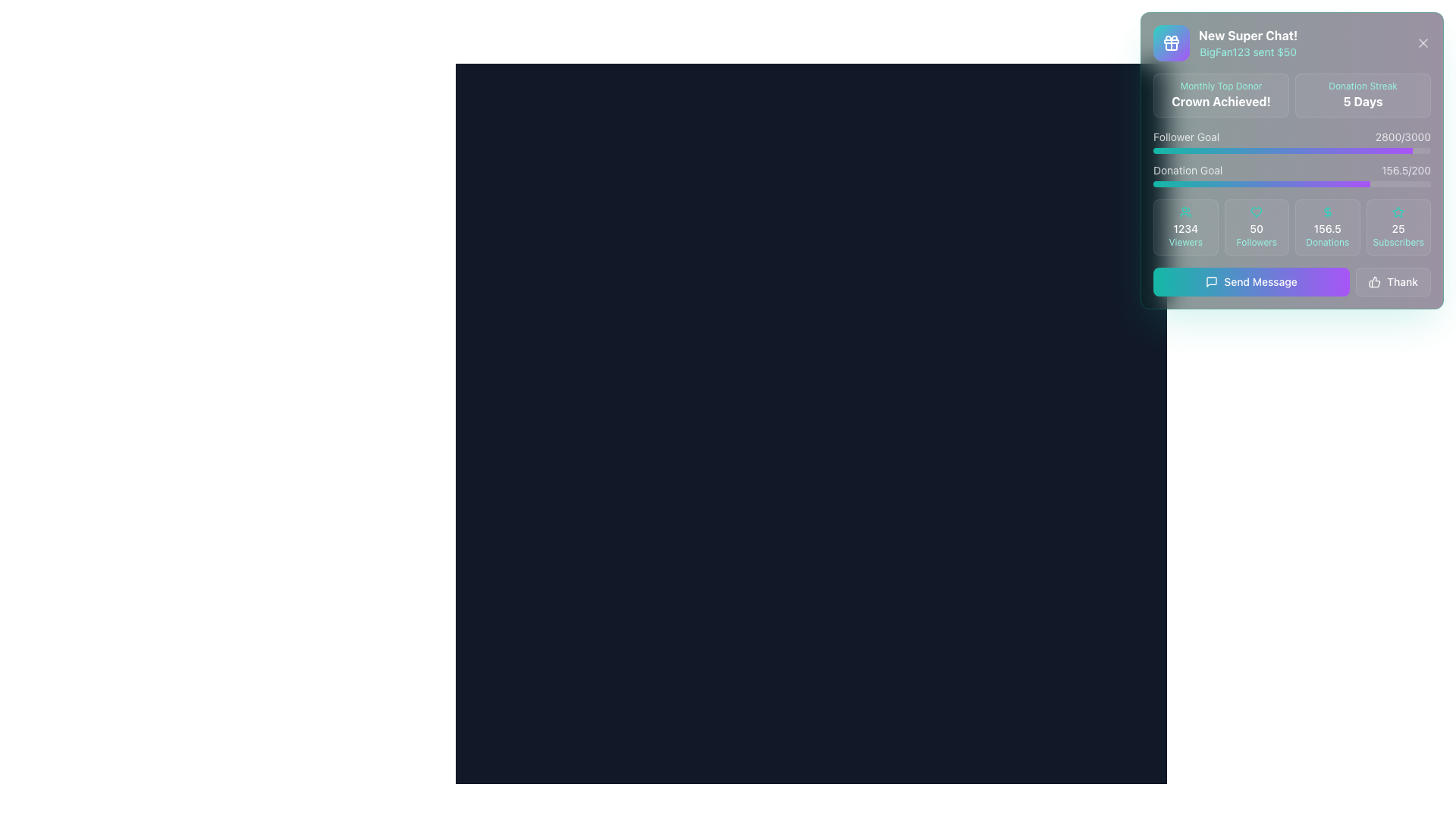 This screenshot has height=819, width=1456. What do you see at coordinates (1251, 281) in the screenshot?
I see `the message-sending button, which is the first interactive element on the far left of its group, adjacent to the 'Thank' button` at bounding box center [1251, 281].